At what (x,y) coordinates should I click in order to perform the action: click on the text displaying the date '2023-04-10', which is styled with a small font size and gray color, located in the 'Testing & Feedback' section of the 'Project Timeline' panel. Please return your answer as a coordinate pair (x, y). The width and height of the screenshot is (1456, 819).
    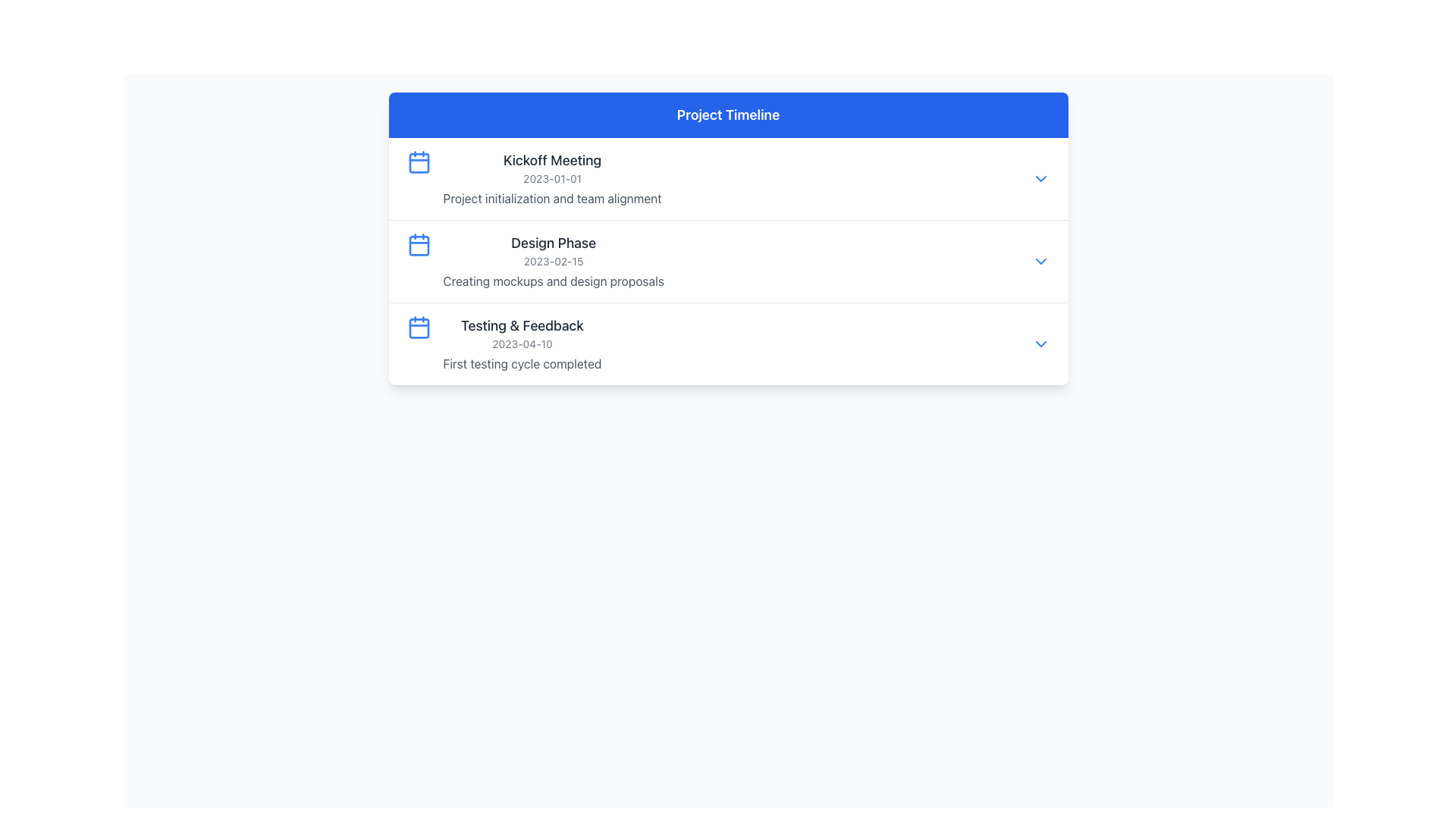
    Looking at the image, I should click on (522, 344).